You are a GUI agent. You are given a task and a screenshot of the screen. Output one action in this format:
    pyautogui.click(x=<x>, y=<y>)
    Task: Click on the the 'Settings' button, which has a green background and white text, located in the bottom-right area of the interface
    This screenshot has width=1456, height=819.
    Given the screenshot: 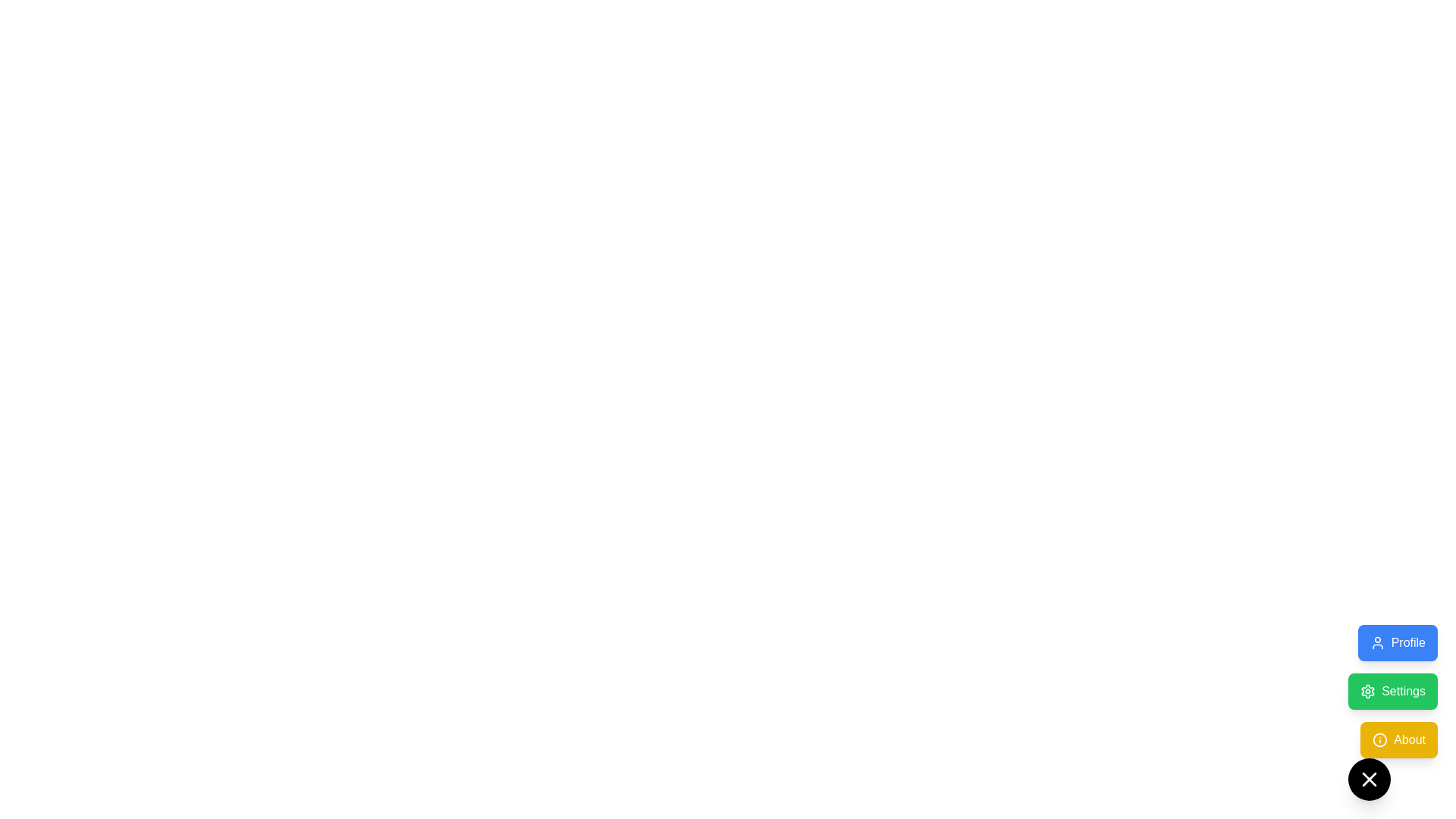 What is the action you would take?
    pyautogui.click(x=1393, y=713)
    